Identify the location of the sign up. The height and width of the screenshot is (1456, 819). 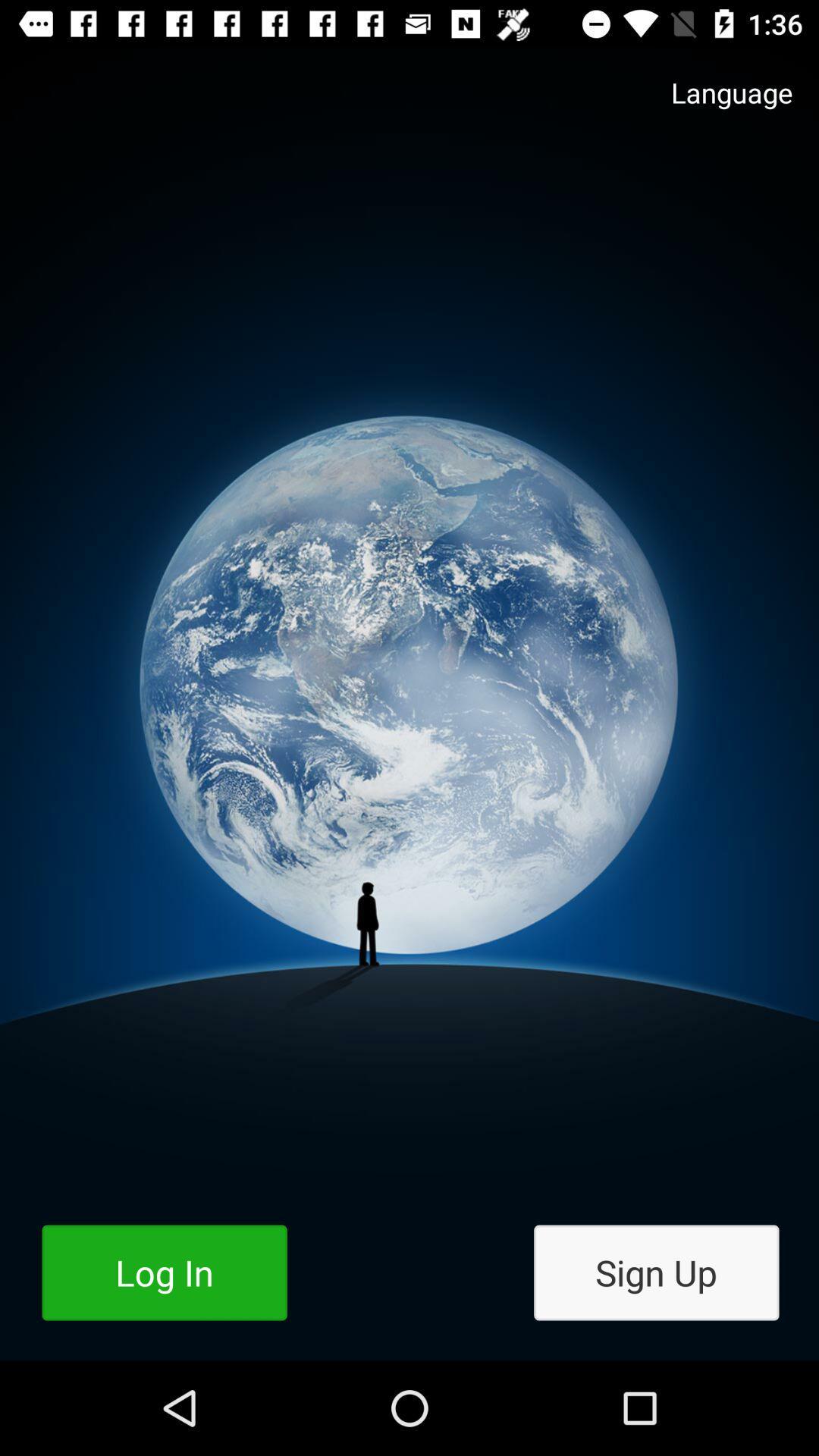
(655, 1272).